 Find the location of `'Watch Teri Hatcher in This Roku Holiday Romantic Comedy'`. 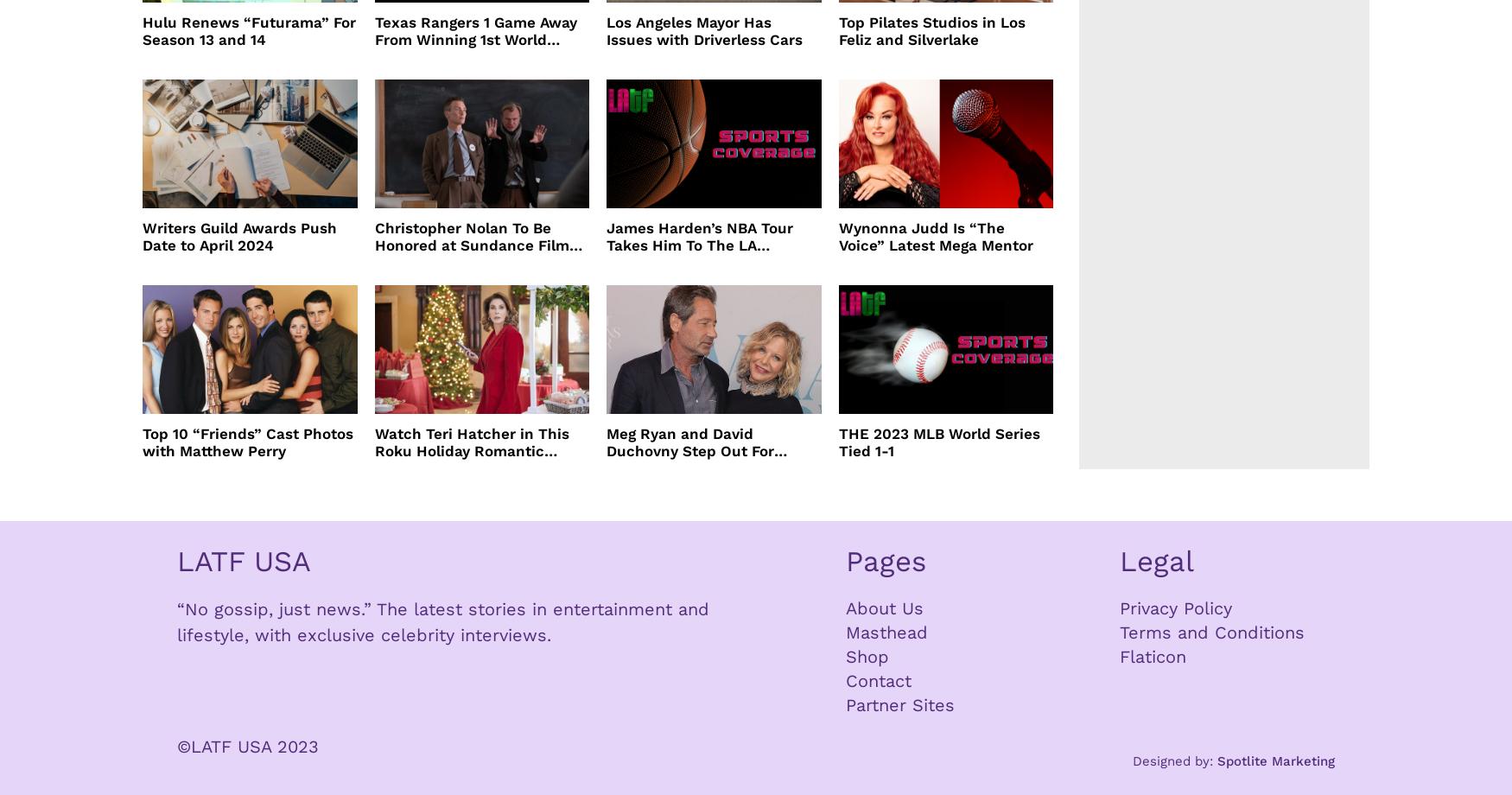

'Watch Teri Hatcher in This Roku Holiday Romantic Comedy' is located at coordinates (372, 450).